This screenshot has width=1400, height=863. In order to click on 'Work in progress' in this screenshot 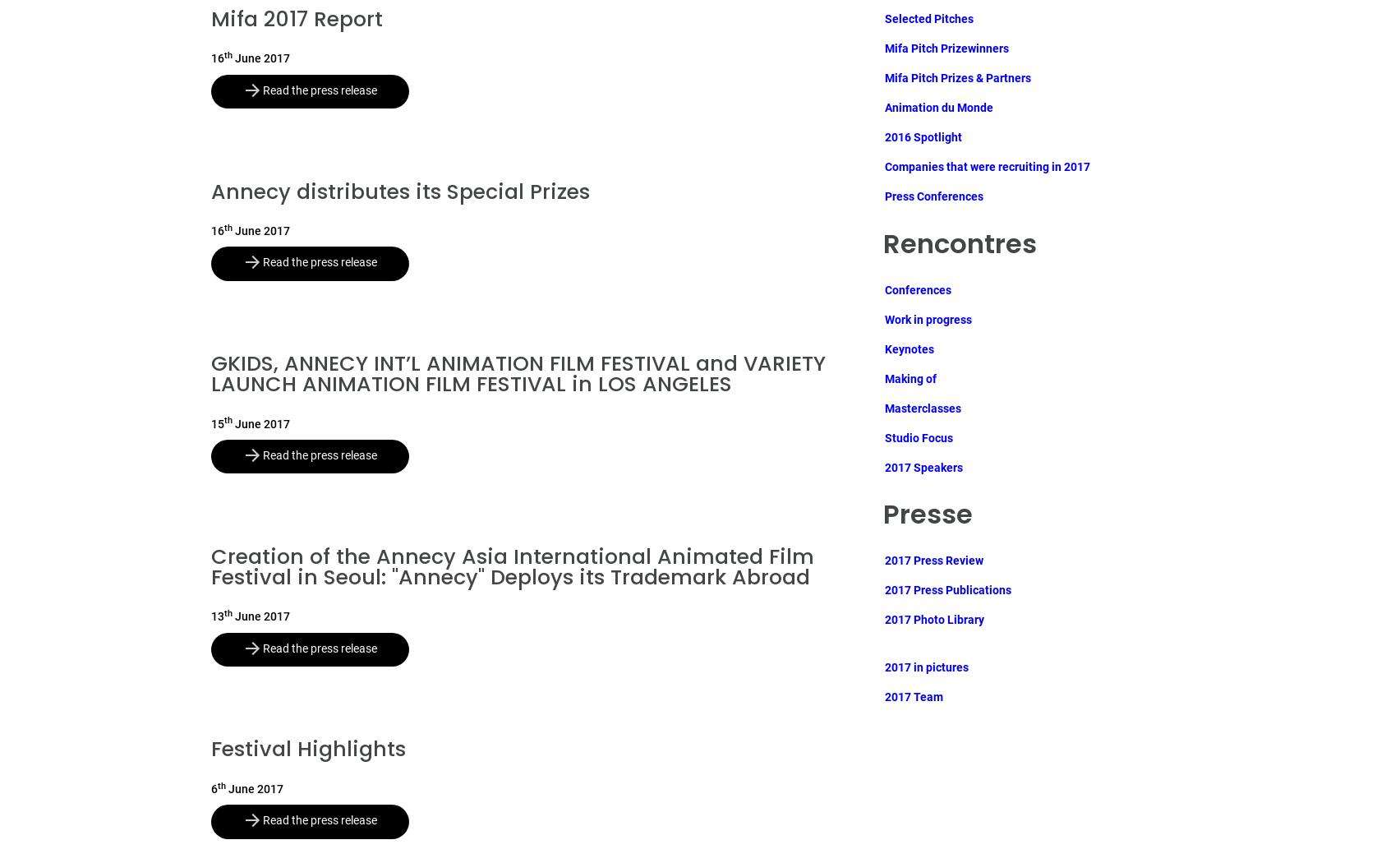, I will do `click(883, 318)`.